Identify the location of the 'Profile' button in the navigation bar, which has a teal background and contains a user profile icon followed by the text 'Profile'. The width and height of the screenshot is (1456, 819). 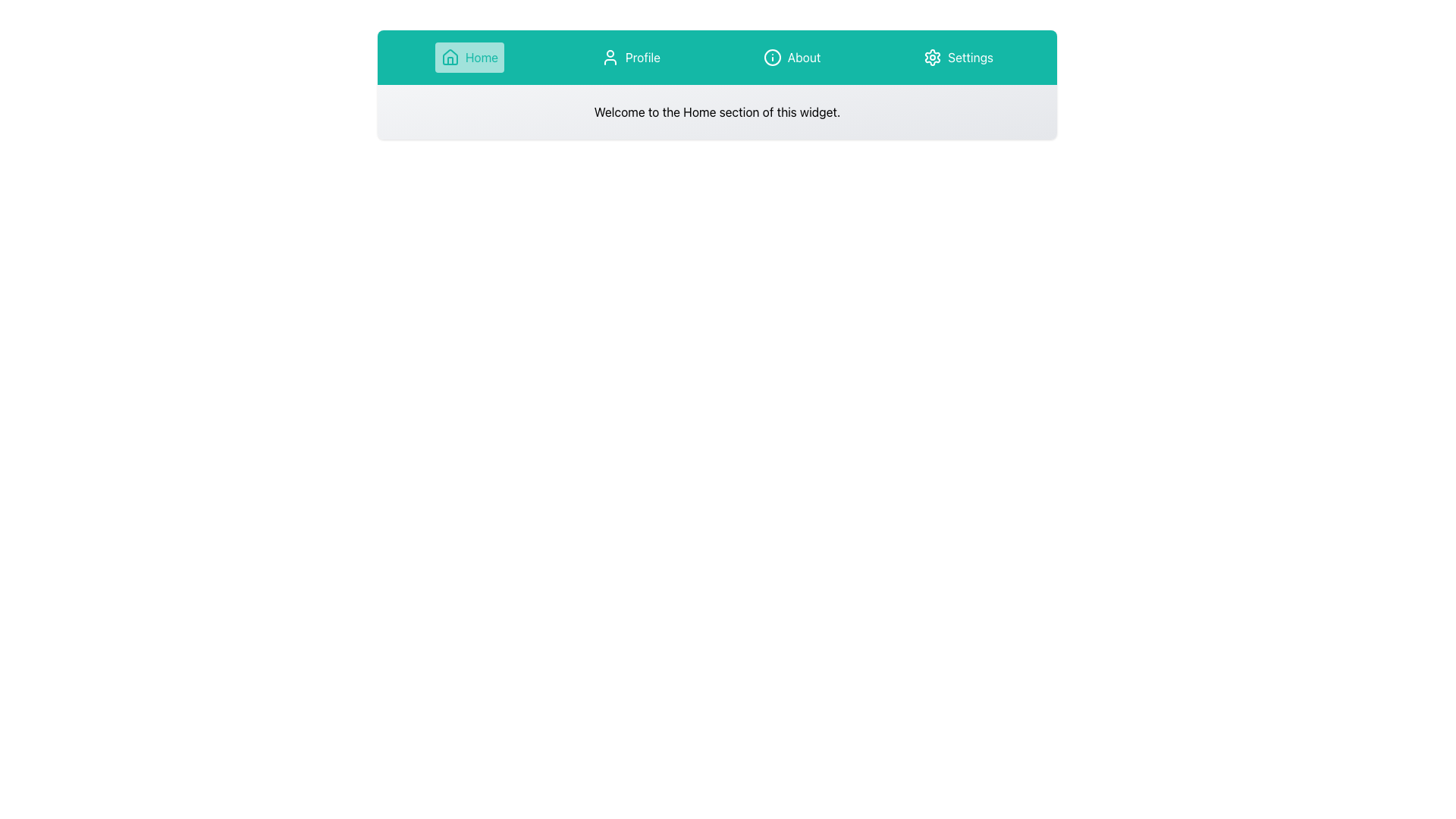
(630, 57).